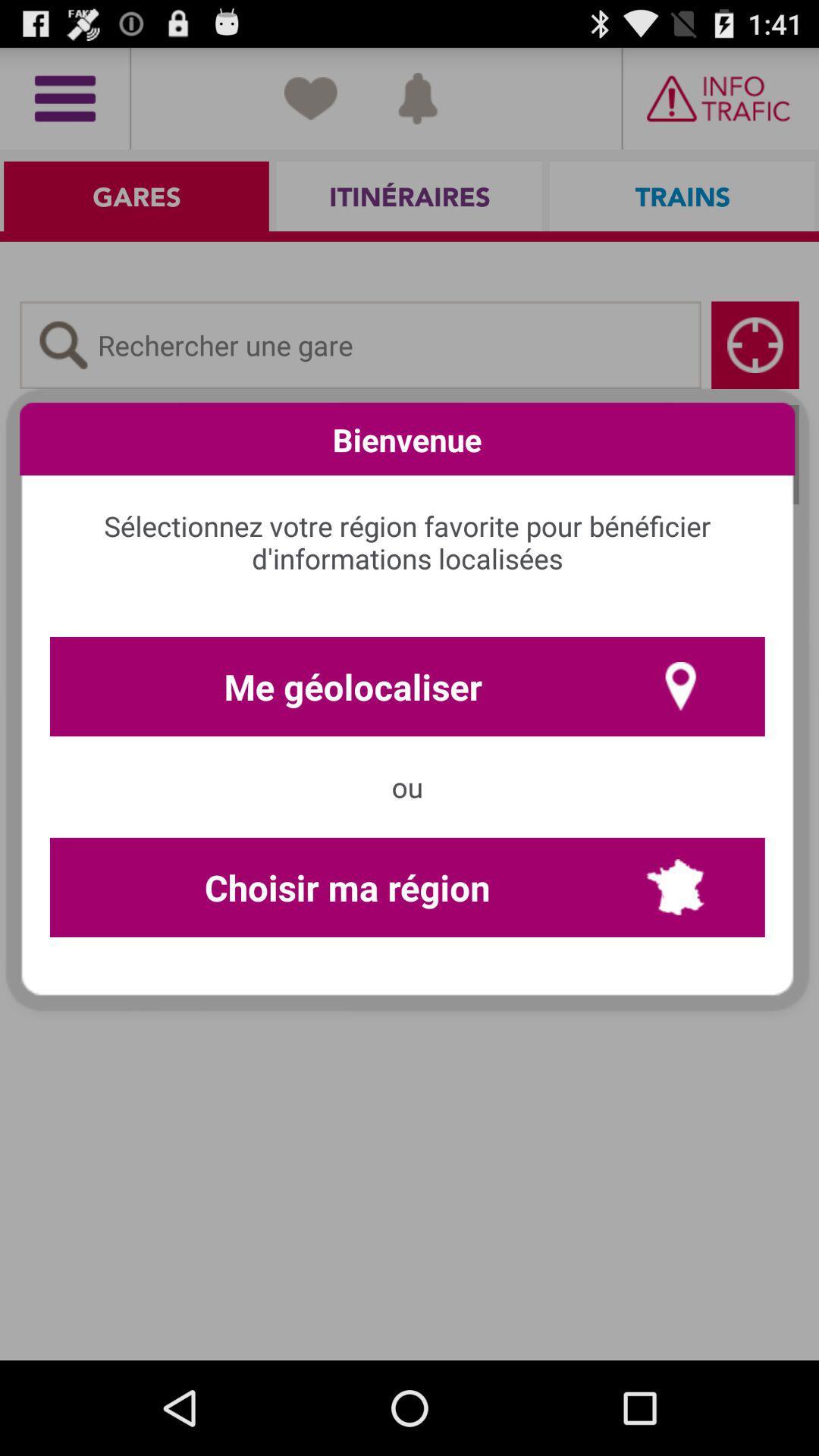 The height and width of the screenshot is (1456, 819). I want to click on the menu icon, so click(64, 105).